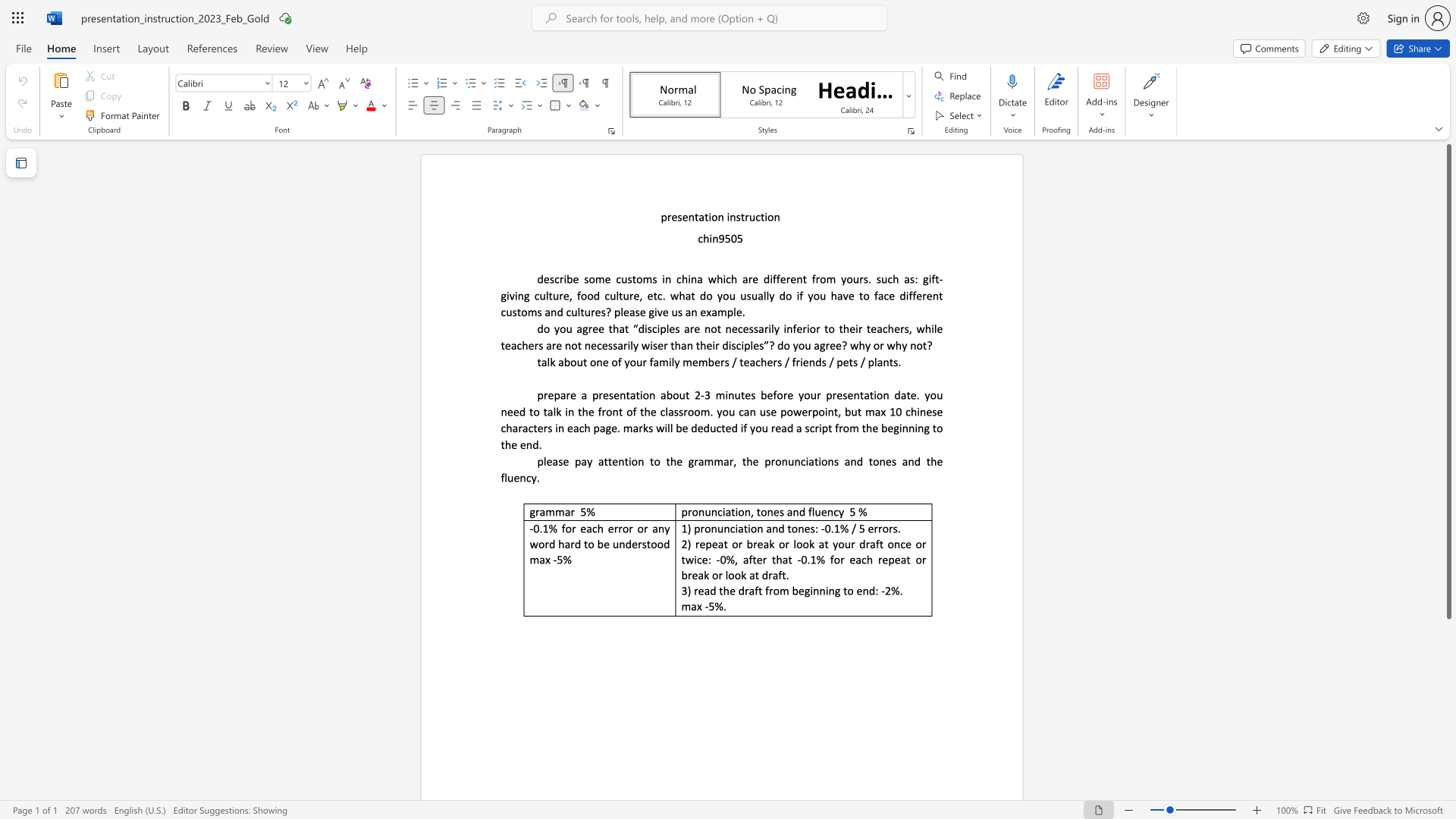 The image size is (1456, 819). I want to click on the vertical scrollbar to lower the page content, so click(1448, 681).